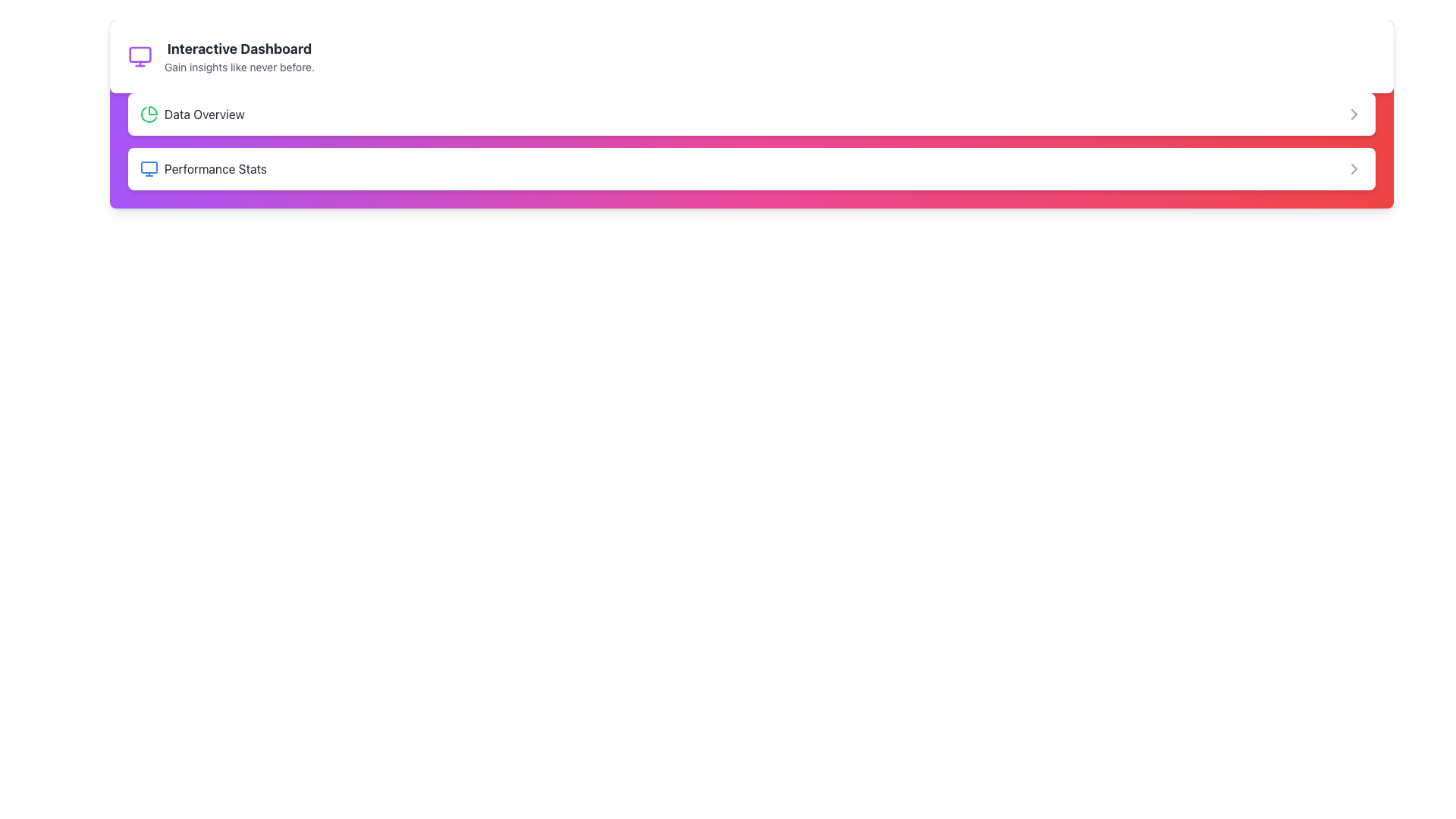 The height and width of the screenshot is (819, 1456). Describe the element at coordinates (149, 113) in the screenshot. I see `the green pie chart icon located to the left of the 'Data Overview' text, which is part of a grouped component with the same text` at that location.